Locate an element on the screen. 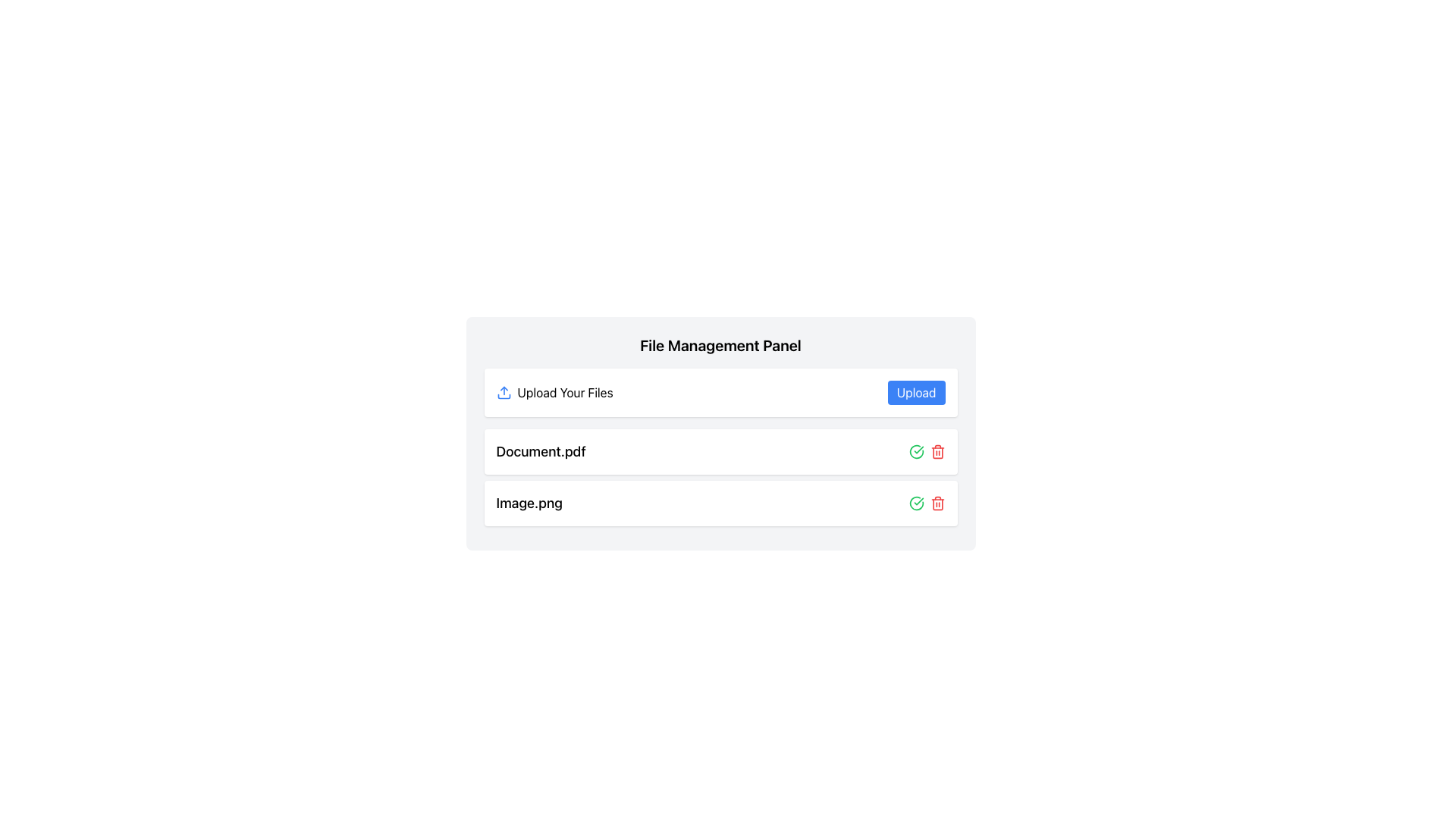  the status confirmation icon indicating a successful operation for the file entry 'Image.png', located to the right of the list entry is located at coordinates (915, 451).